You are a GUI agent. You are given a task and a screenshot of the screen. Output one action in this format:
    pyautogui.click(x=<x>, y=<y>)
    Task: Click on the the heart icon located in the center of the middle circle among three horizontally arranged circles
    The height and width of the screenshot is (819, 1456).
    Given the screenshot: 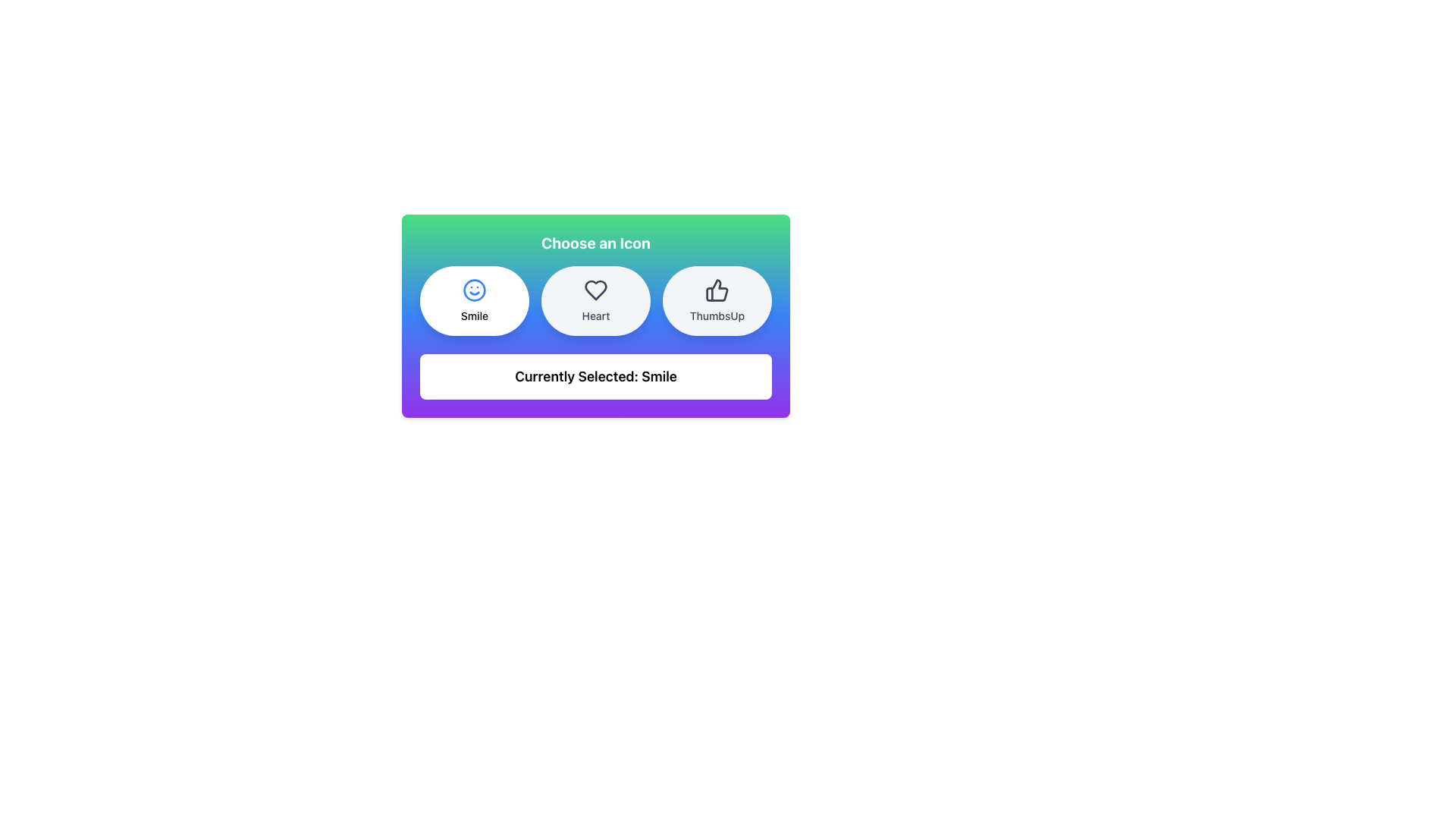 What is the action you would take?
    pyautogui.click(x=595, y=290)
    